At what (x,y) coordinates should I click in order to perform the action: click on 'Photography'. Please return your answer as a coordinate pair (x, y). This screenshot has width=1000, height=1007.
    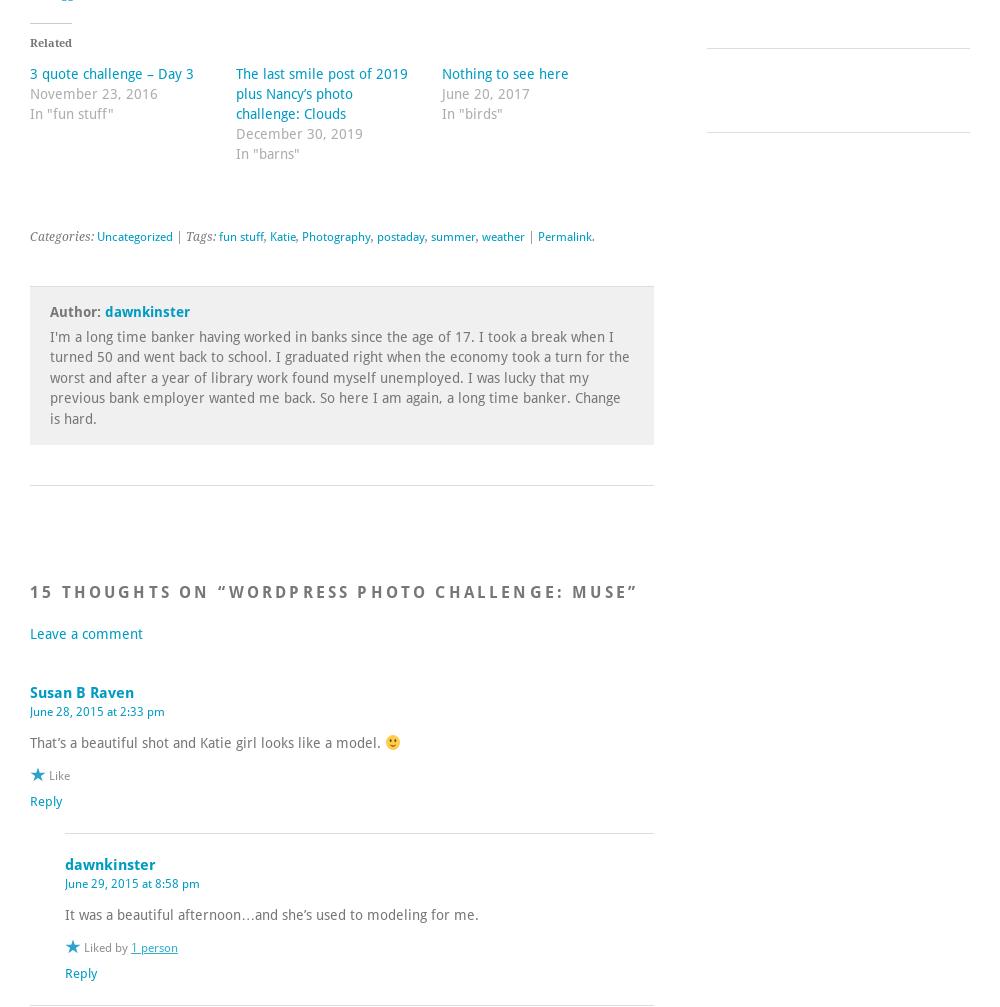
    Looking at the image, I should click on (302, 237).